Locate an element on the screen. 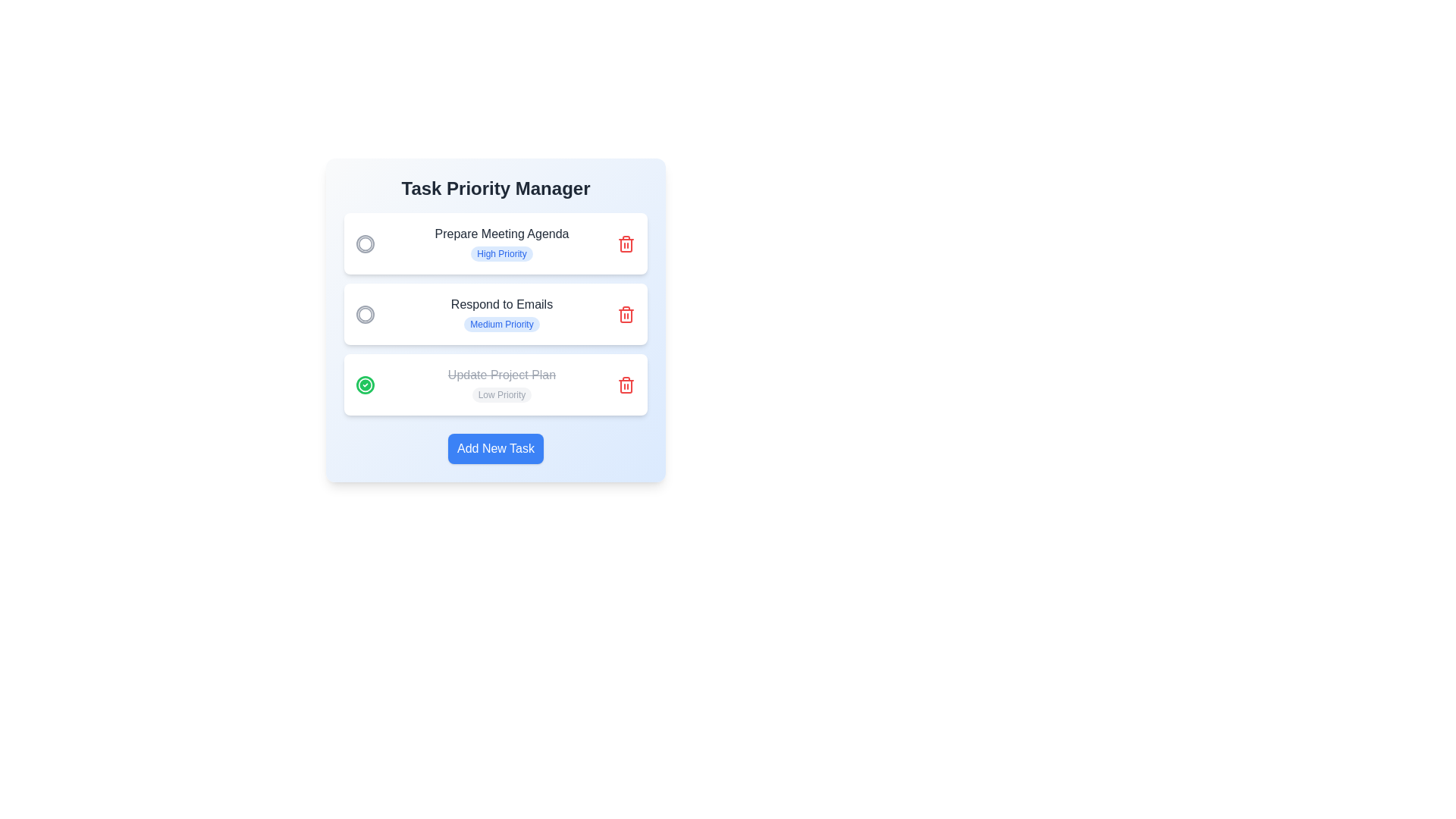  the 'Low Priority' label located at the bottom section of the task card interface under the strikethrough text 'Update Project Plan' is located at coordinates (502, 394).